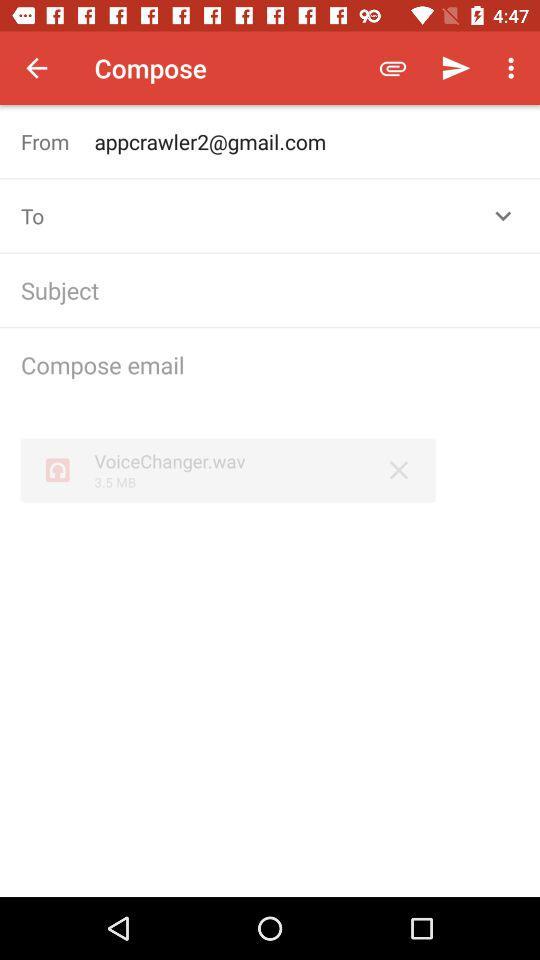 Image resolution: width=540 pixels, height=960 pixels. I want to click on item above appcrawler2@gmail.com, so click(455, 68).